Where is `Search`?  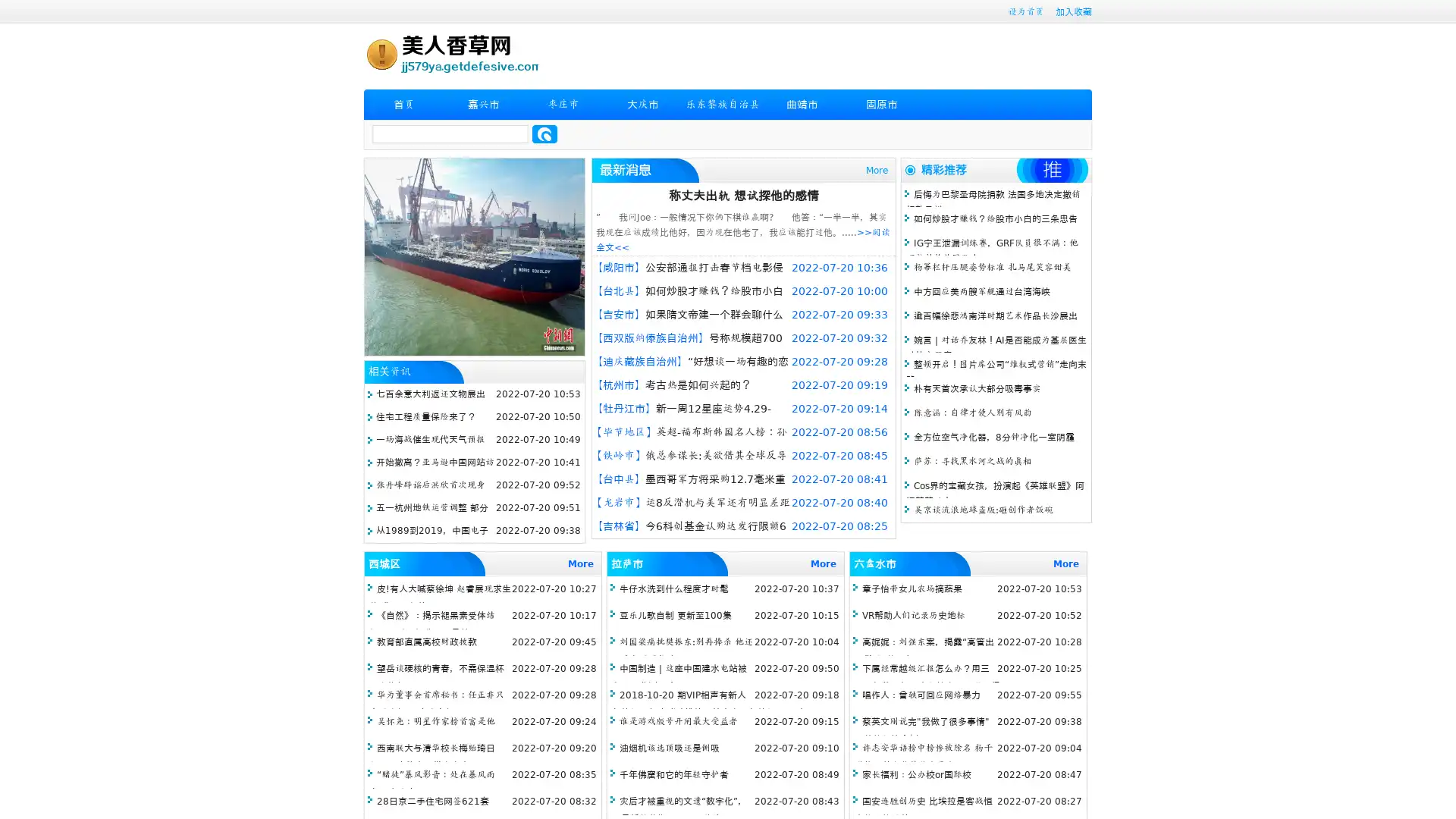 Search is located at coordinates (544, 133).